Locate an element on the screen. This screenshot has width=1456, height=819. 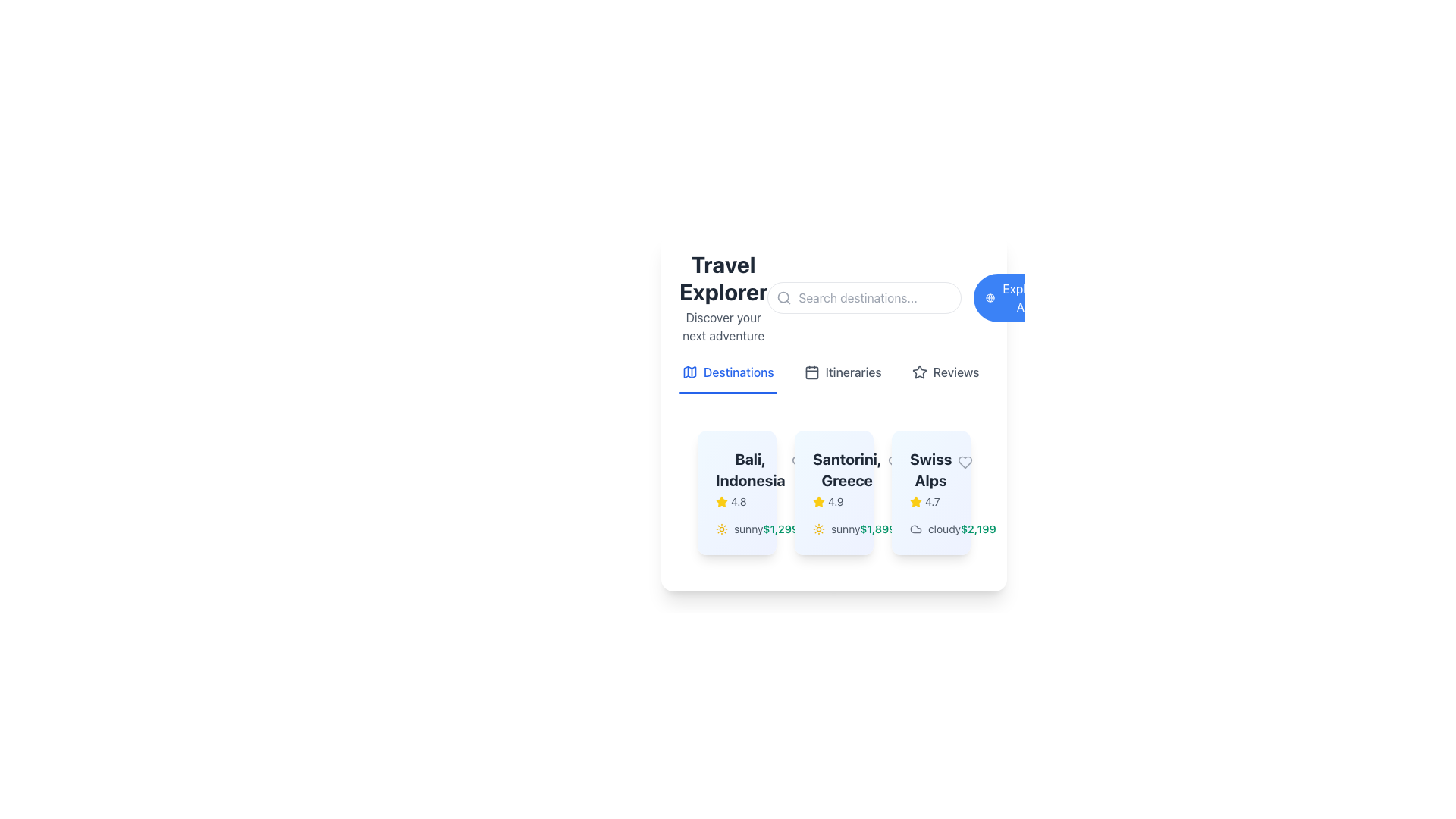
the text label displaying 'Santorini, Greece' with a rating of '4.9' and a yellow star icon, located in the middle of the second card in a horizontal list is located at coordinates (833, 479).